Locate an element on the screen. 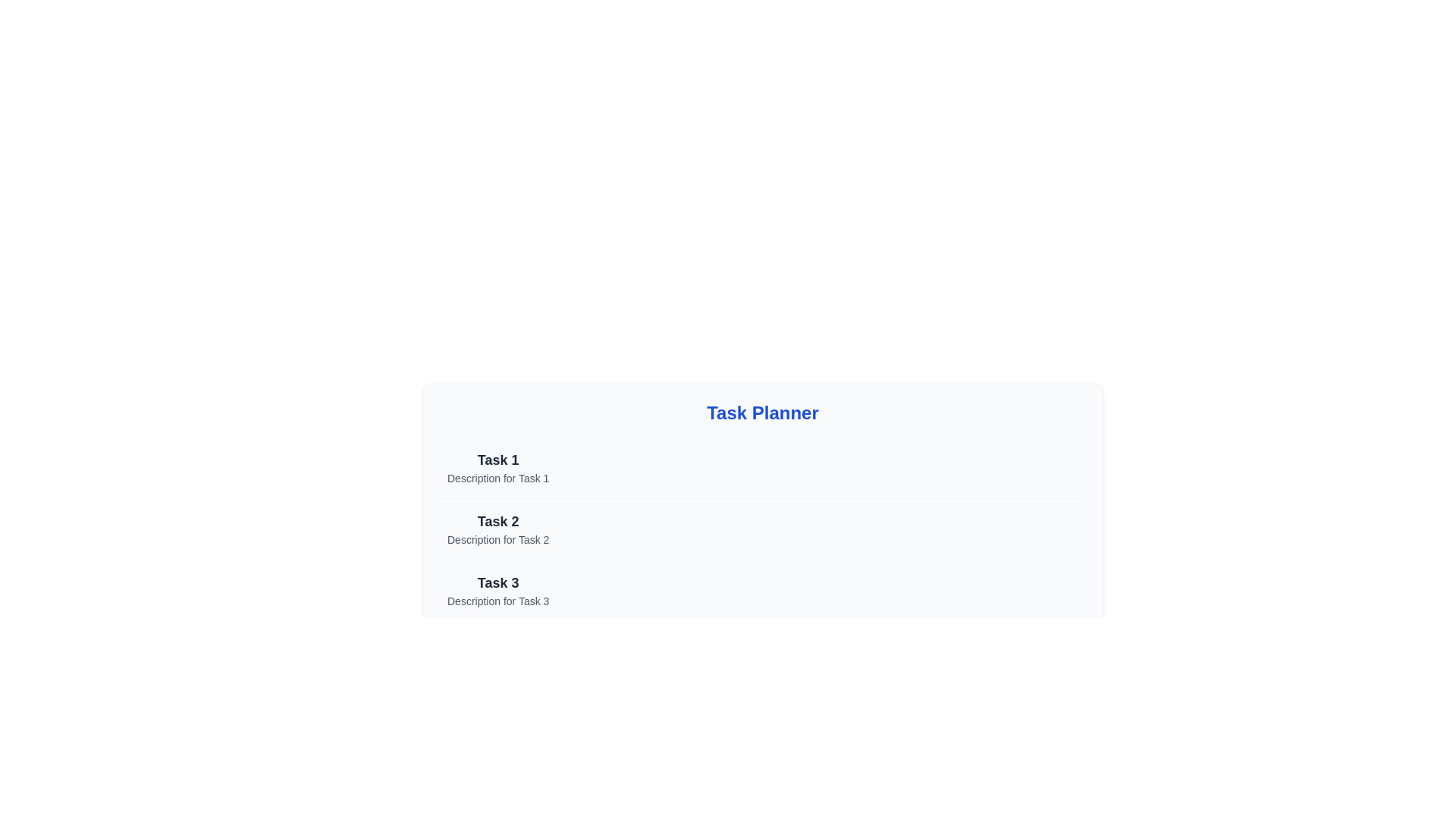 The image size is (1456, 819). text label that displays 'Task 3', which is styled in large, bold font and is dark gray in color, located near the bottom of the interface is located at coordinates (498, 582).